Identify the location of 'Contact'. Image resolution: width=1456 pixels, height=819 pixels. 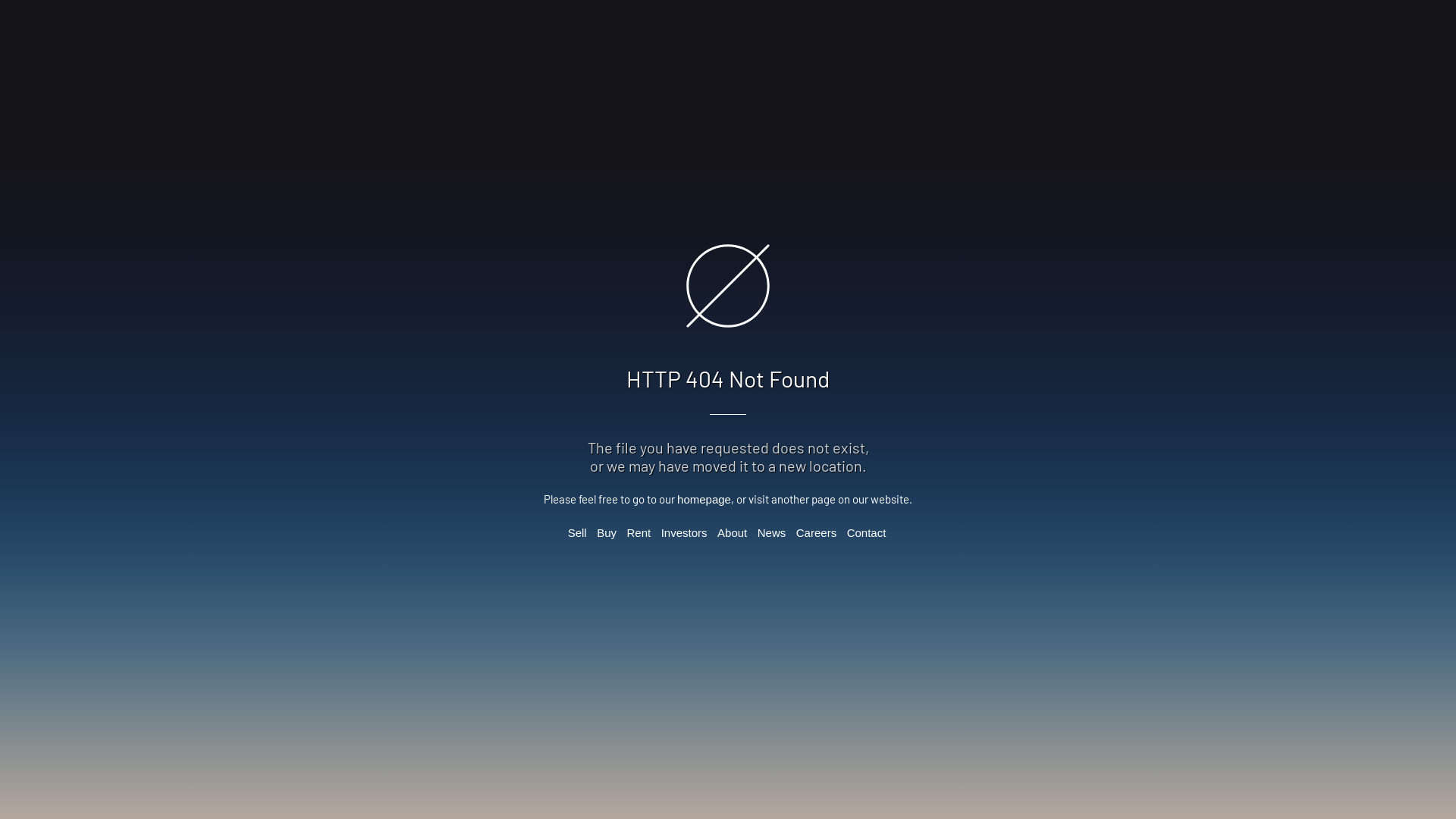
(866, 532).